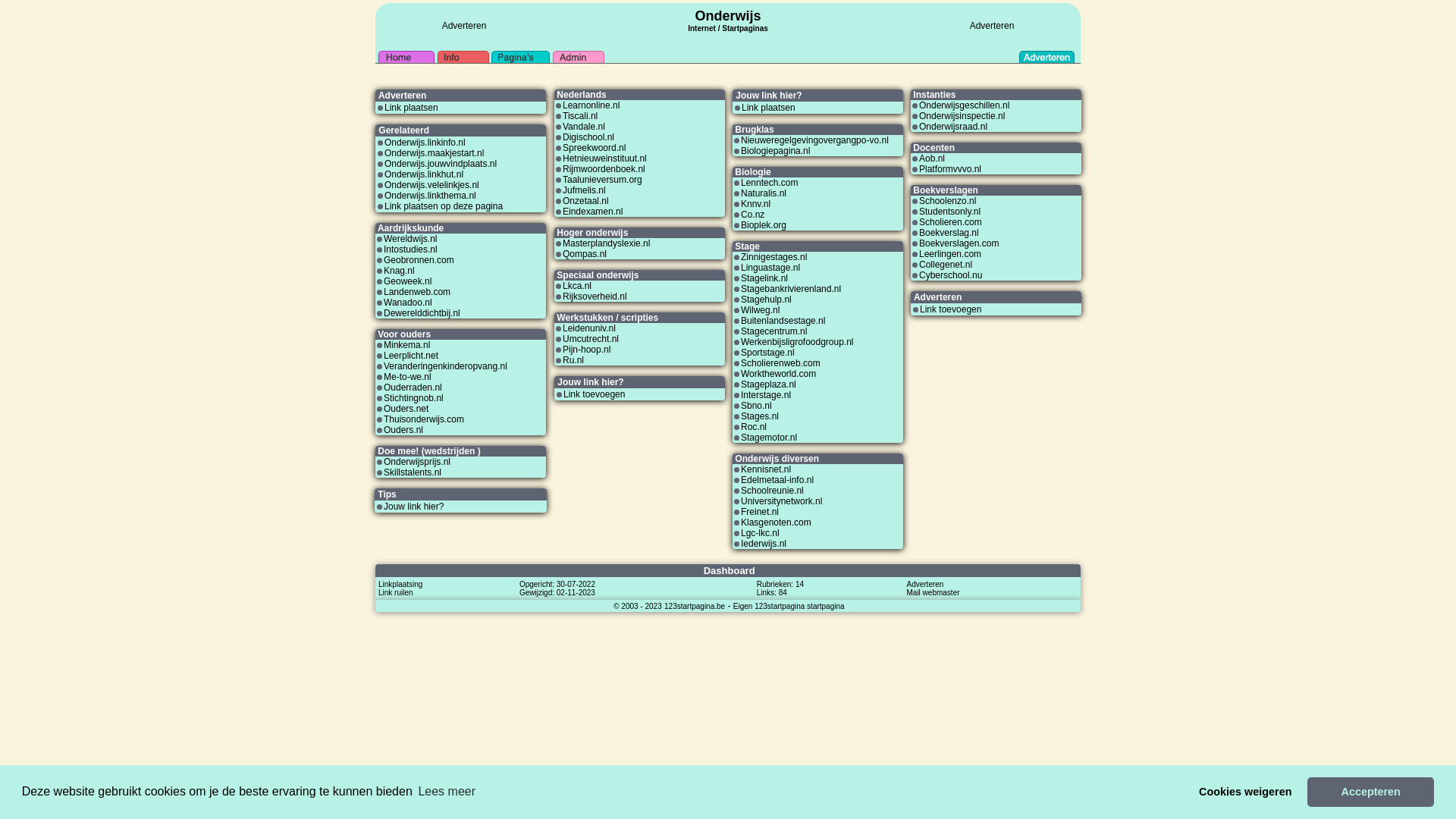 The width and height of the screenshot is (1456, 819). I want to click on 'Mail webmaster', so click(932, 591).